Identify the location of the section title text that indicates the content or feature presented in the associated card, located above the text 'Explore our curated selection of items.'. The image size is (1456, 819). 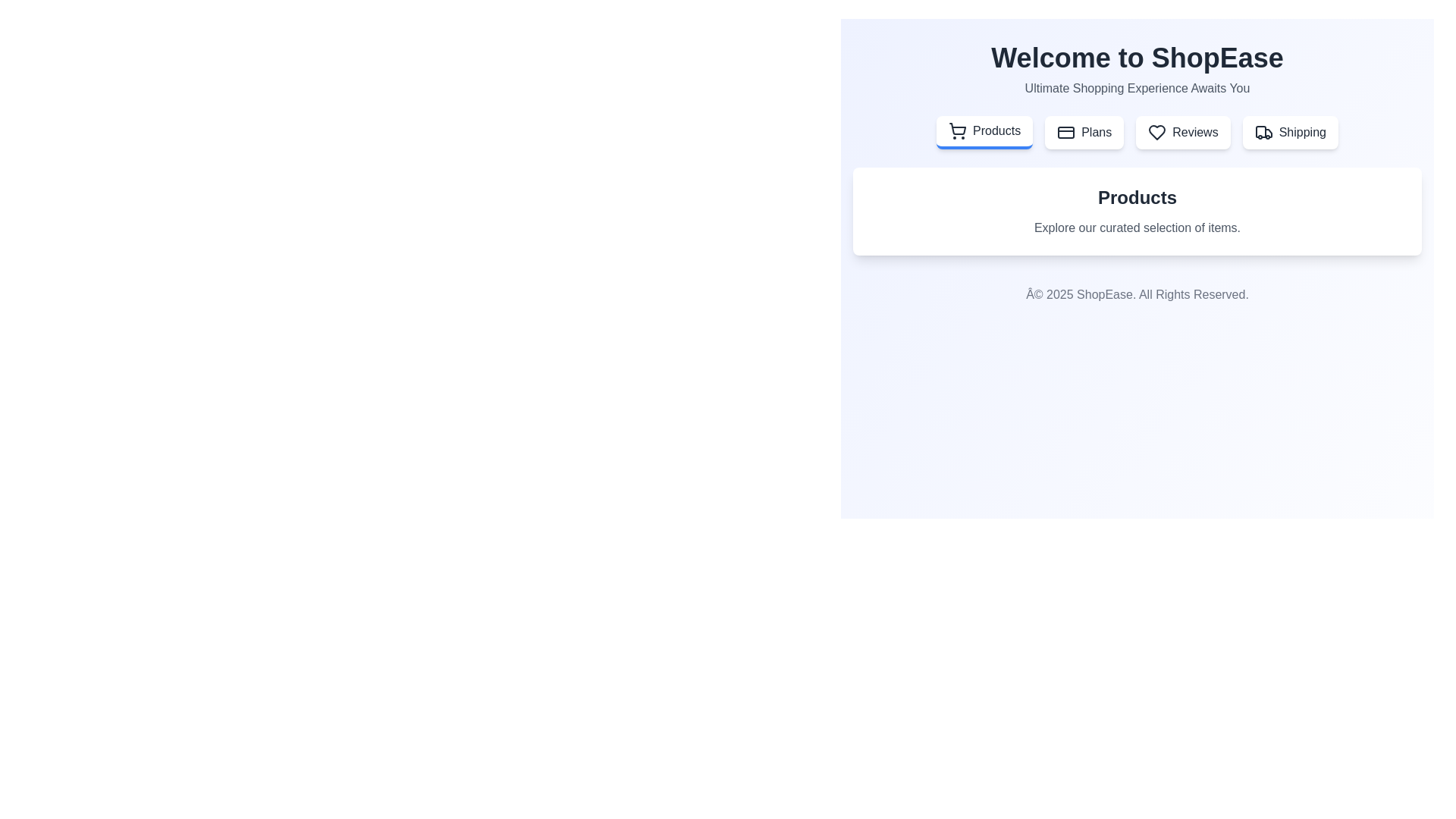
(1137, 197).